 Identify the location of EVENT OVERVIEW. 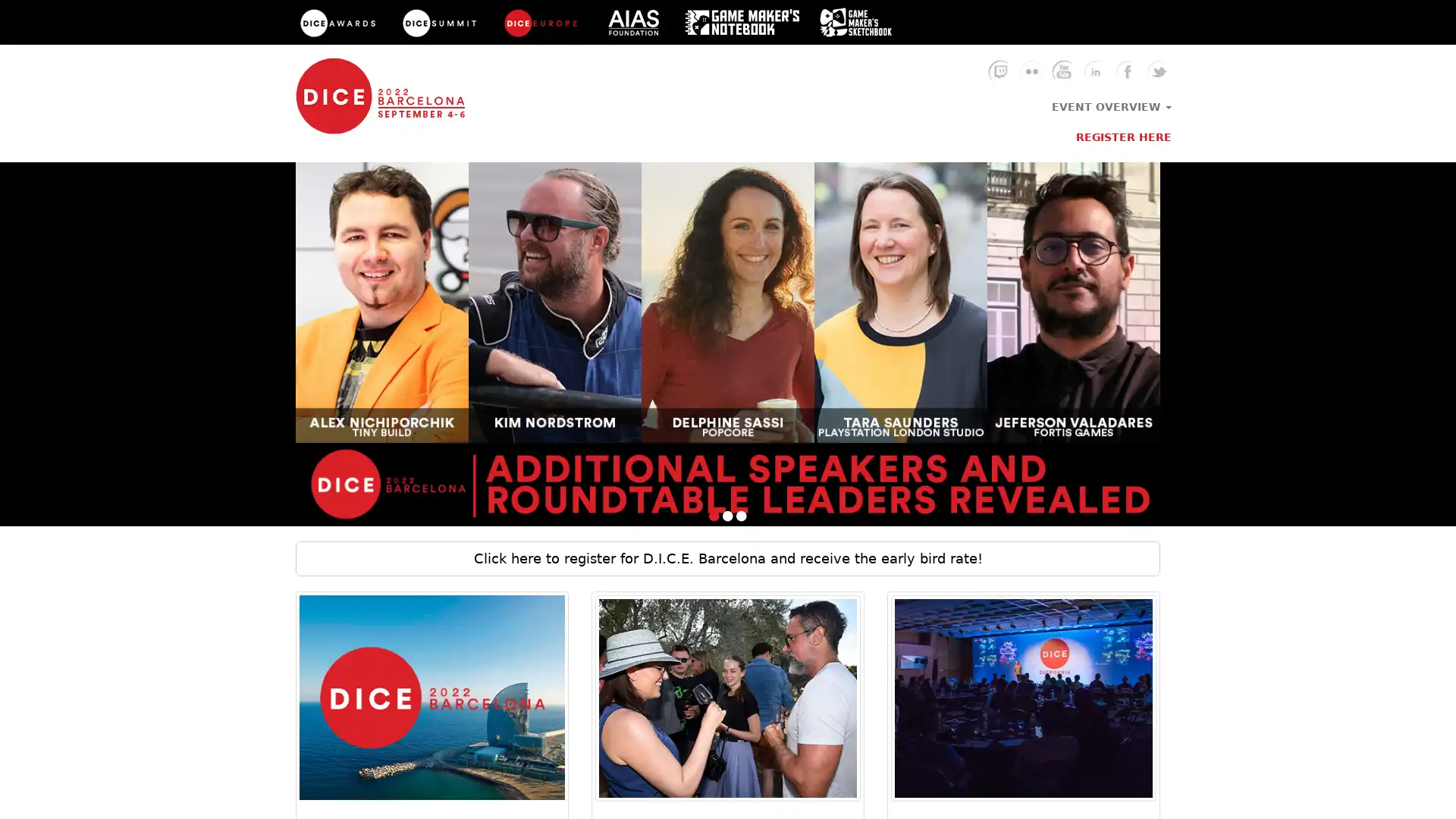
(1111, 106).